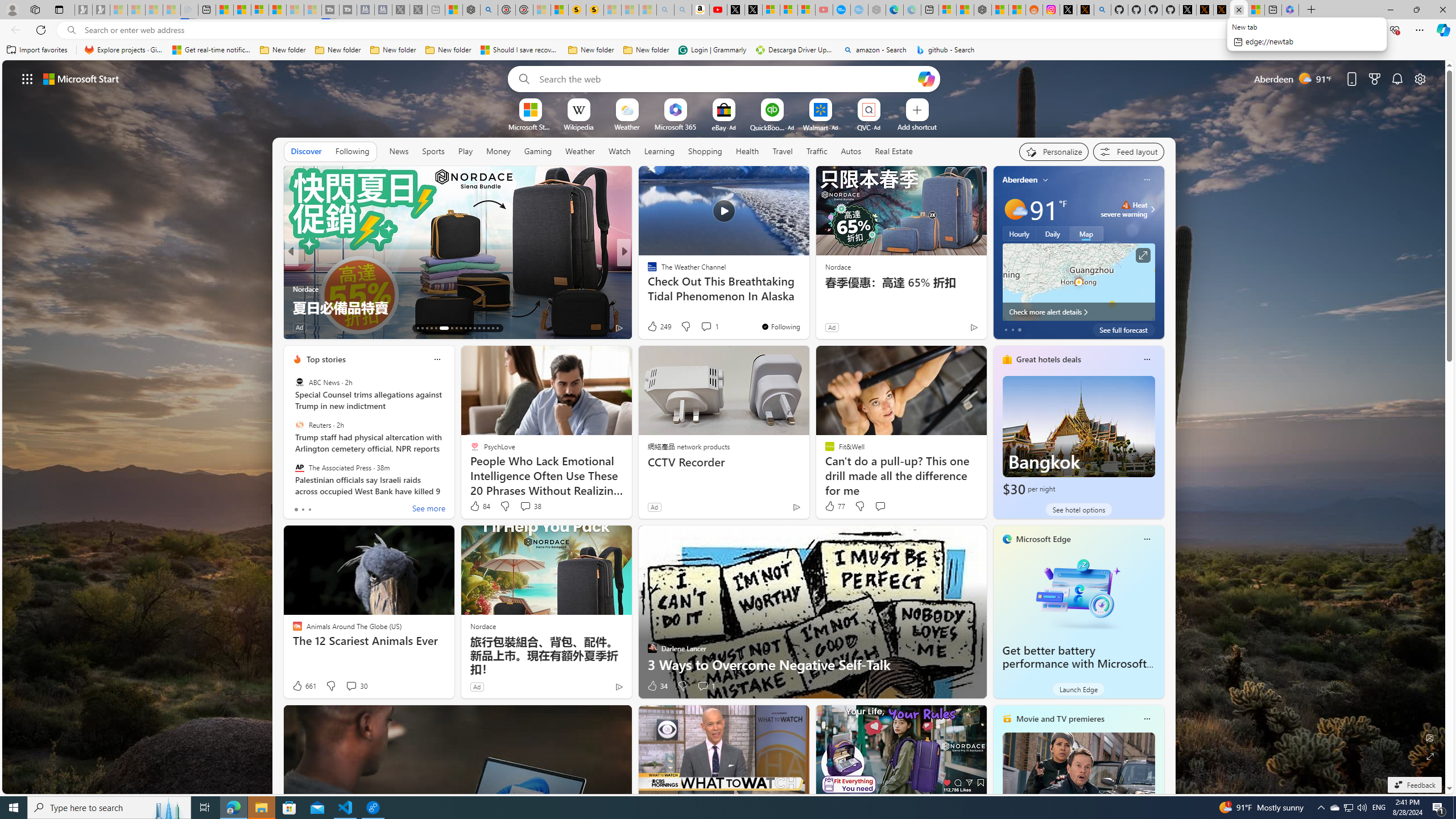 The height and width of the screenshot is (819, 1456). I want to click on 'Day 1: Arriving in Yemen (surreal to be here) - YouTube', so click(718, 9).